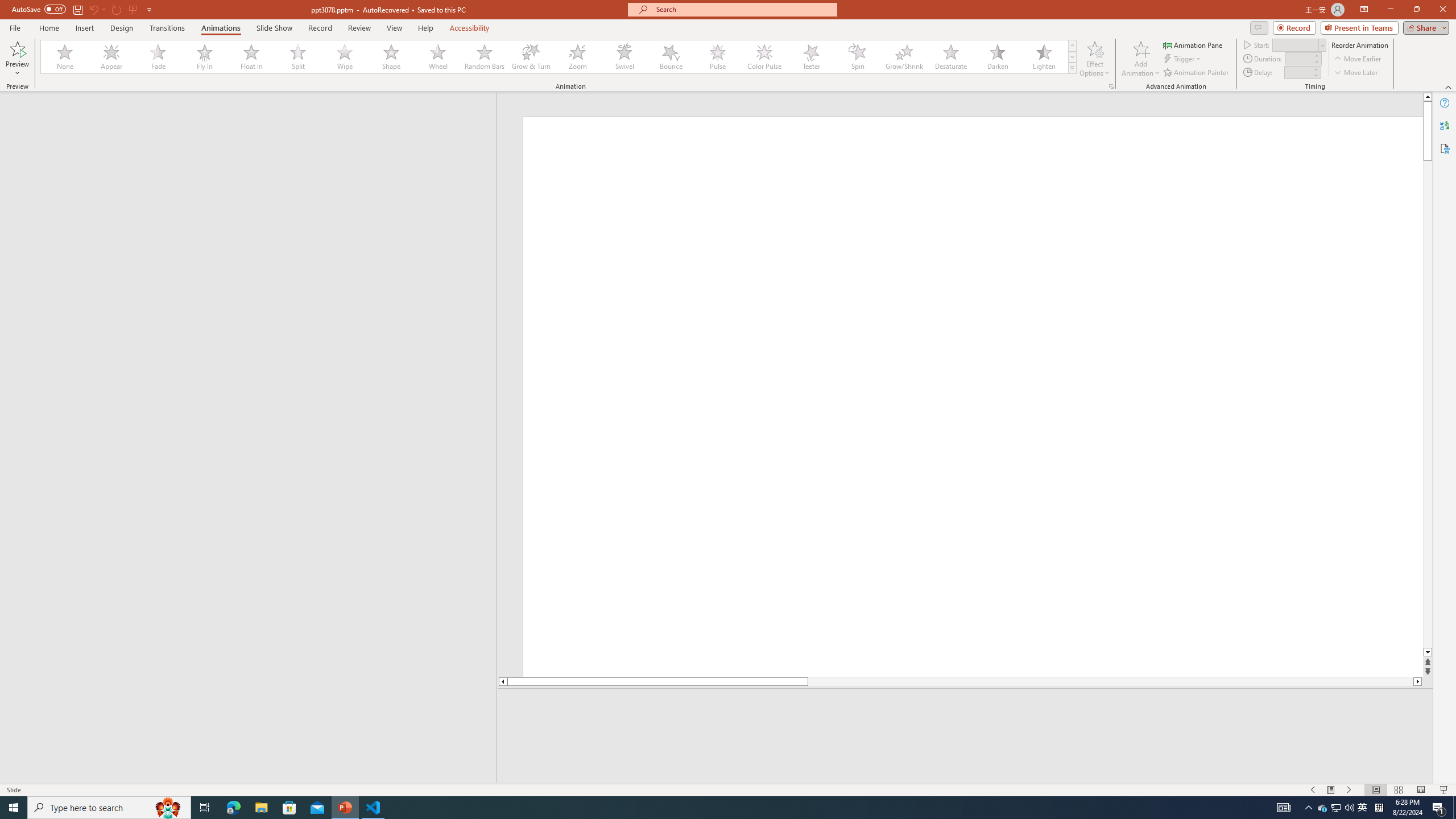 Image resolution: width=1456 pixels, height=819 pixels. I want to click on 'Fly In', so click(204, 56).